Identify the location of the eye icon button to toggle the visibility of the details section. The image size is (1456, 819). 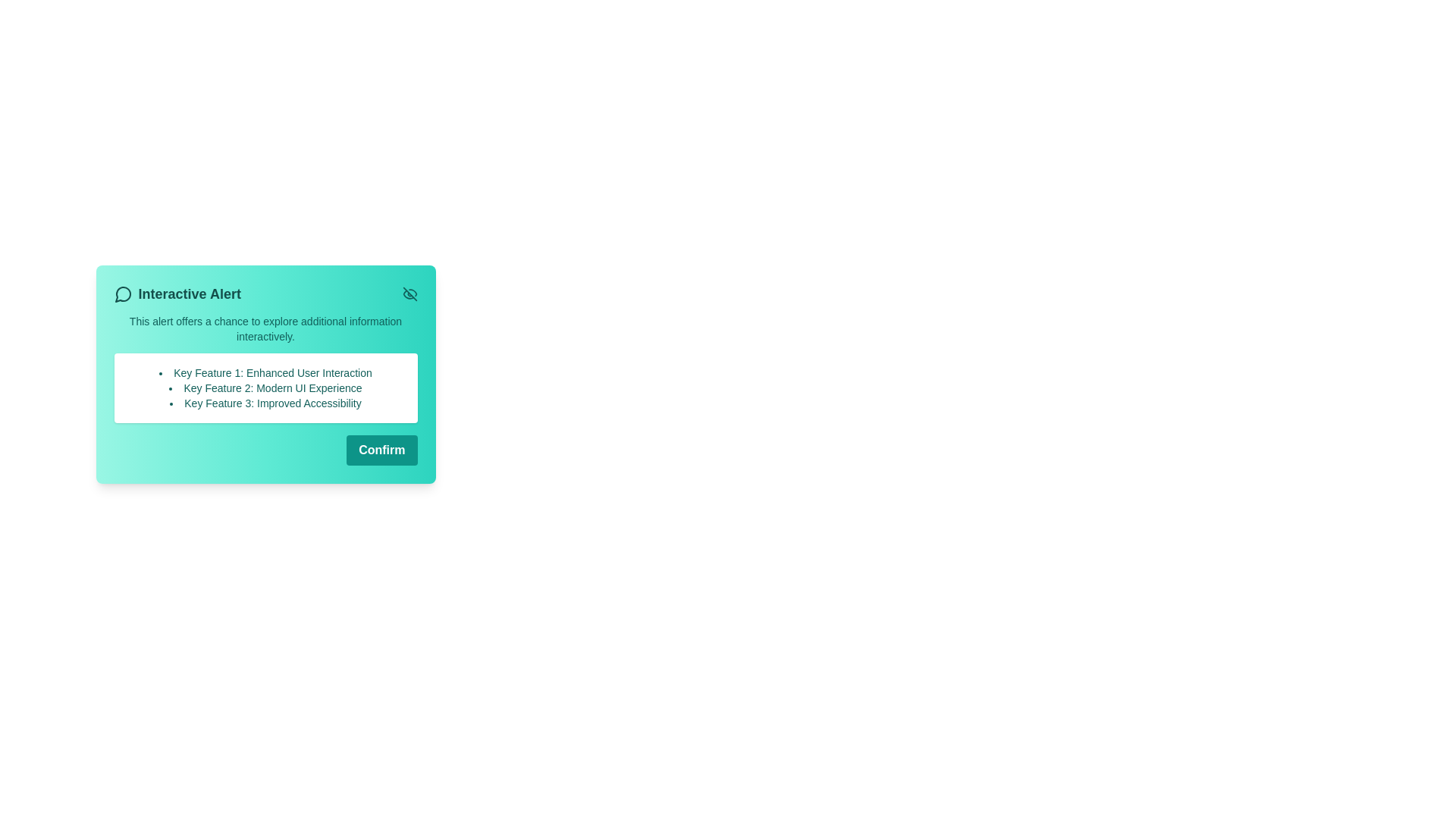
(409, 294).